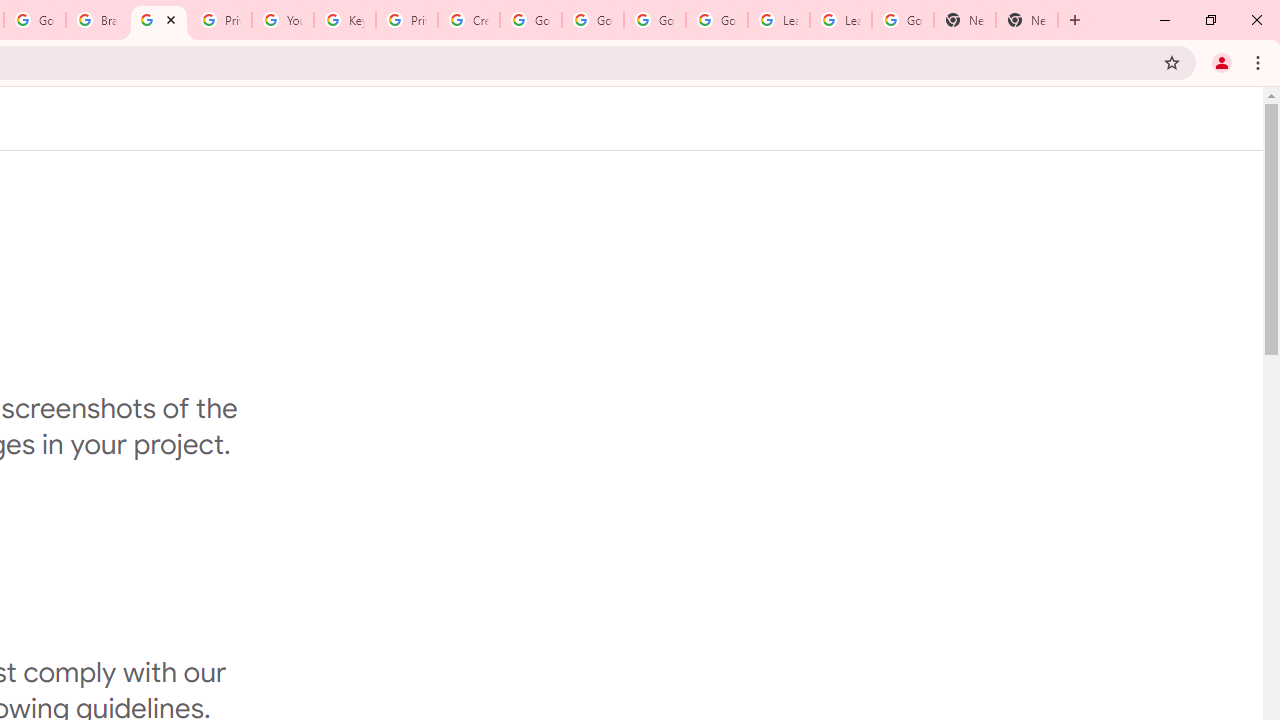  I want to click on 'Brand Resource Center', so click(96, 20).